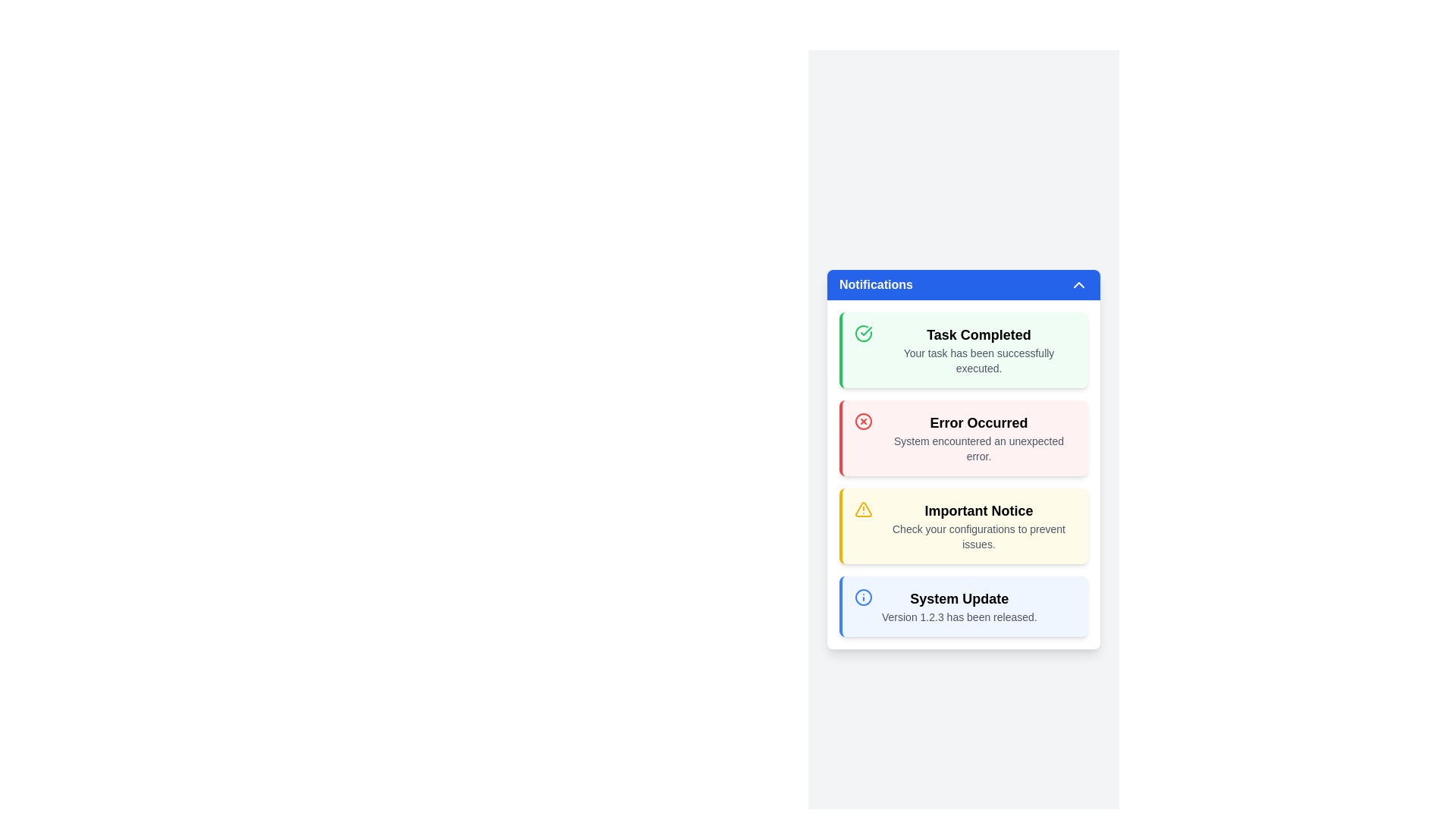 This screenshot has height=819, width=1456. What do you see at coordinates (963, 473) in the screenshot?
I see `the second notification card in the notification component, which is positioned below the 'Task Completed' notification and above the 'Important Notice' notification` at bounding box center [963, 473].